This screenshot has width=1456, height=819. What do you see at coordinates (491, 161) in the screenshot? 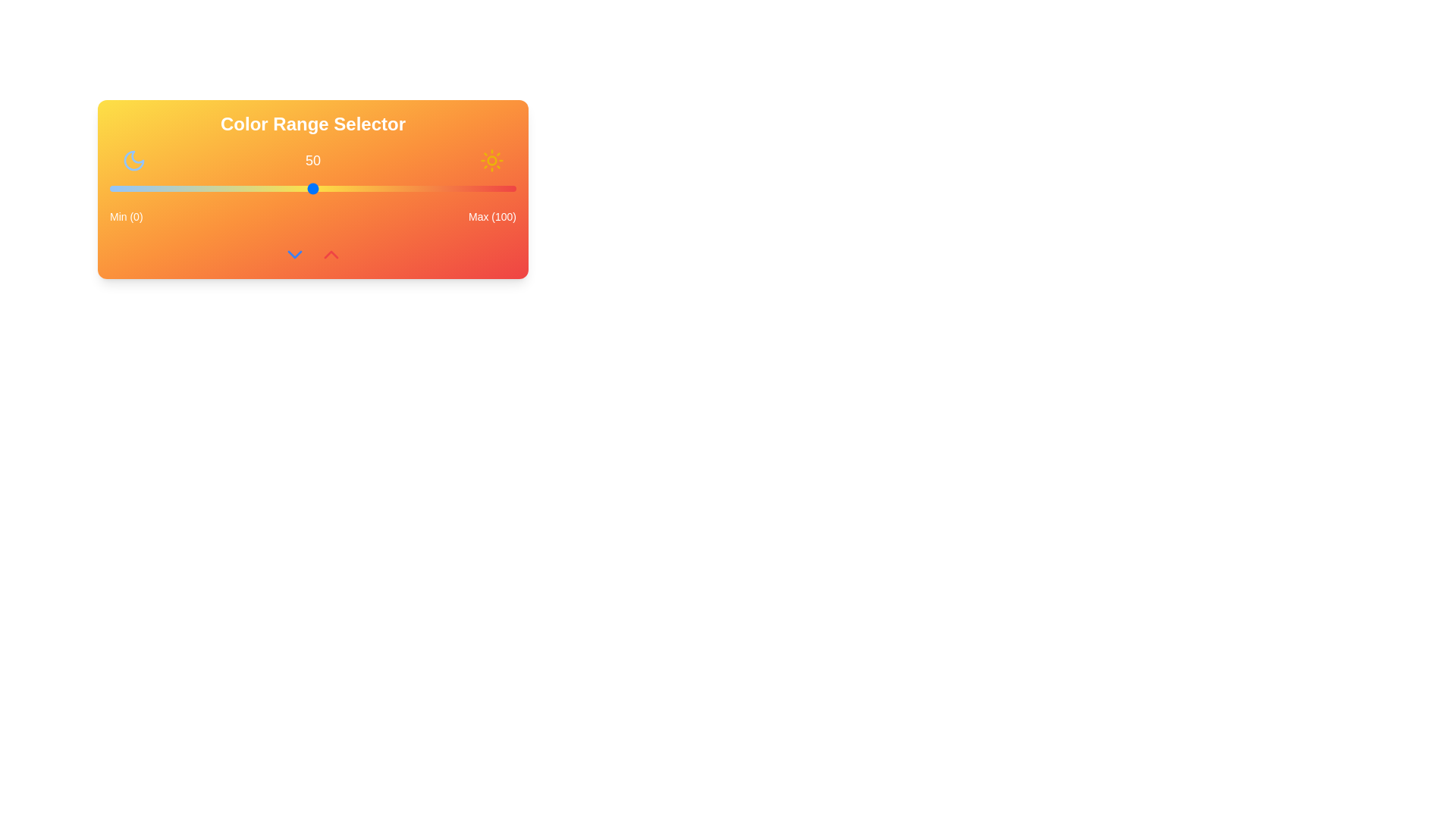
I see `the Sun icon to provide visual feedback` at bounding box center [491, 161].